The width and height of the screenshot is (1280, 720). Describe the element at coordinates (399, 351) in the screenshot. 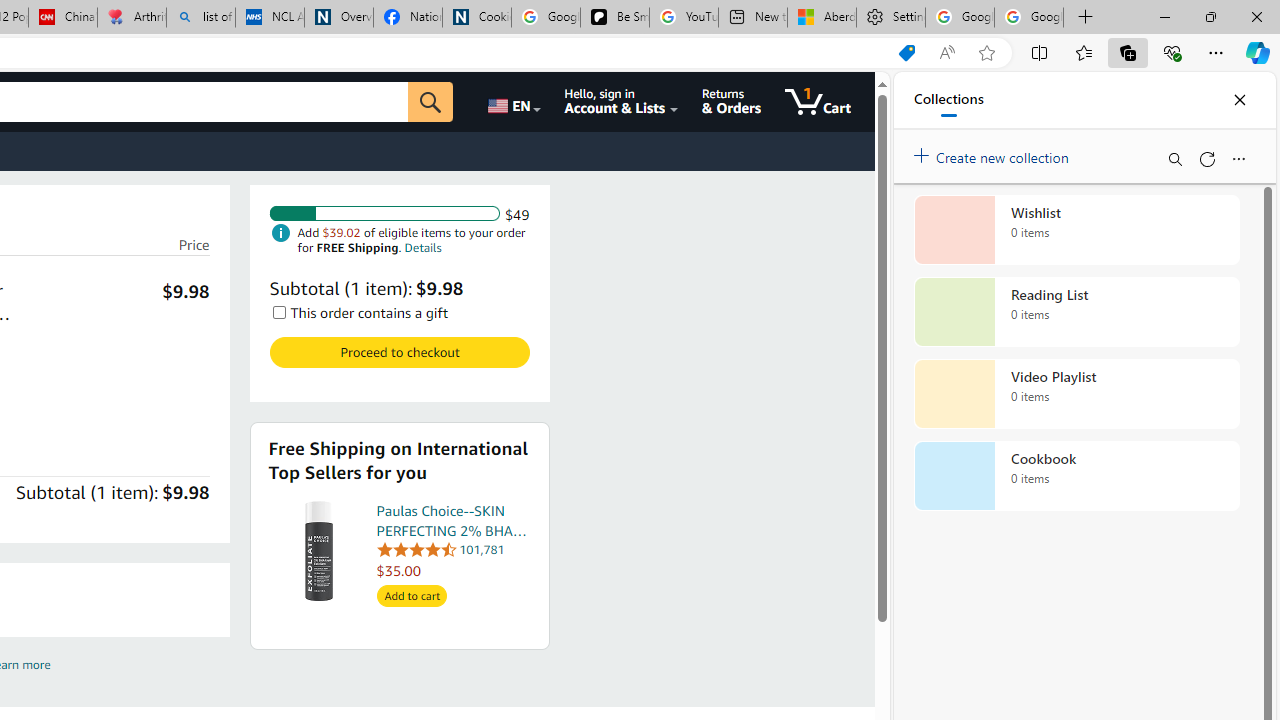

I see `'Proceed to checkout Check out Amazon Cart '` at that location.